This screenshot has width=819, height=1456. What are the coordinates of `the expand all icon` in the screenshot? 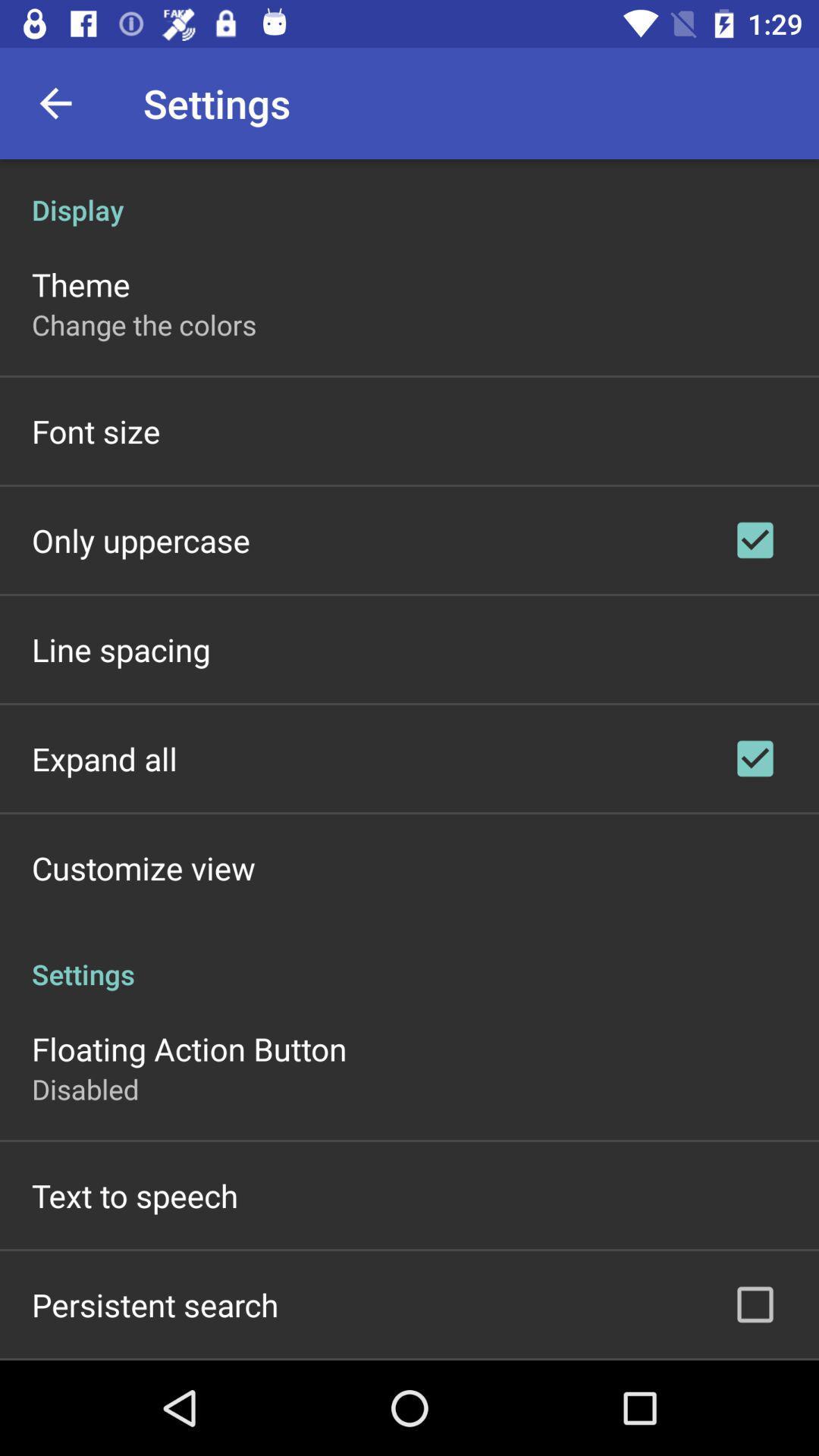 It's located at (104, 758).